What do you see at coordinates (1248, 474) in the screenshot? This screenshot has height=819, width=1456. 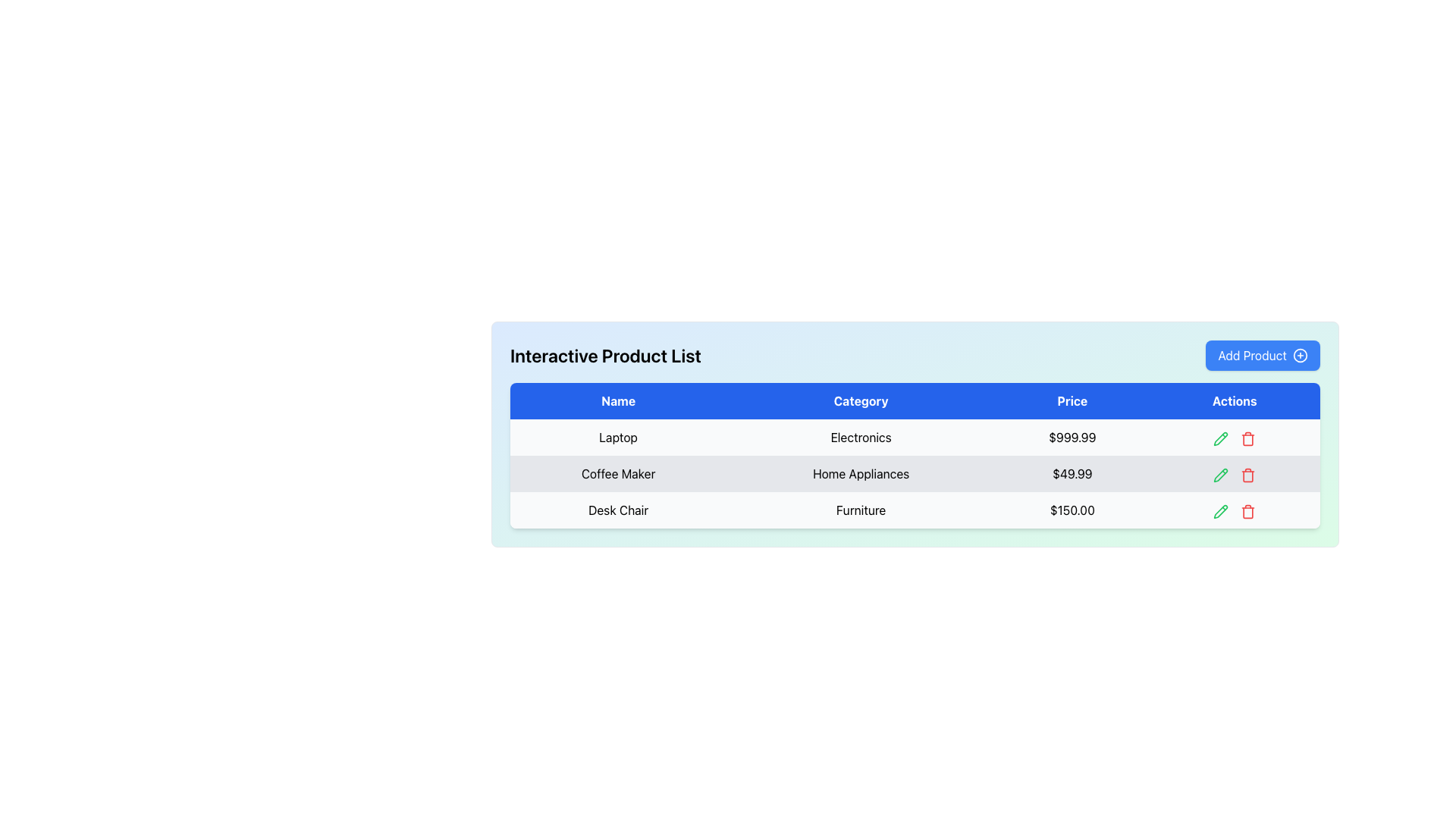 I see `the delete icon button` at bounding box center [1248, 474].